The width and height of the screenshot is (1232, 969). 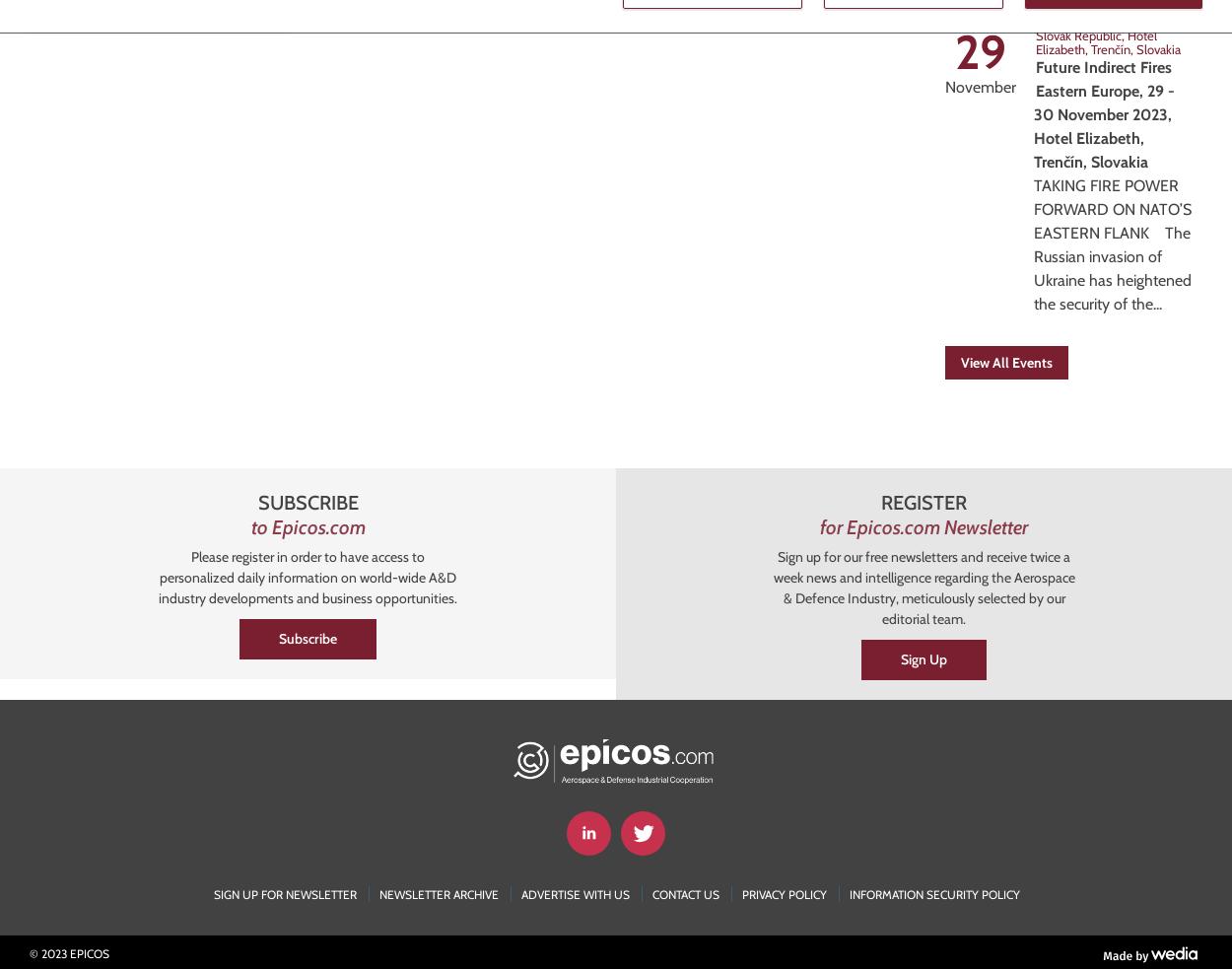 I want to click on 'to Epicos.com', so click(x=308, y=527).